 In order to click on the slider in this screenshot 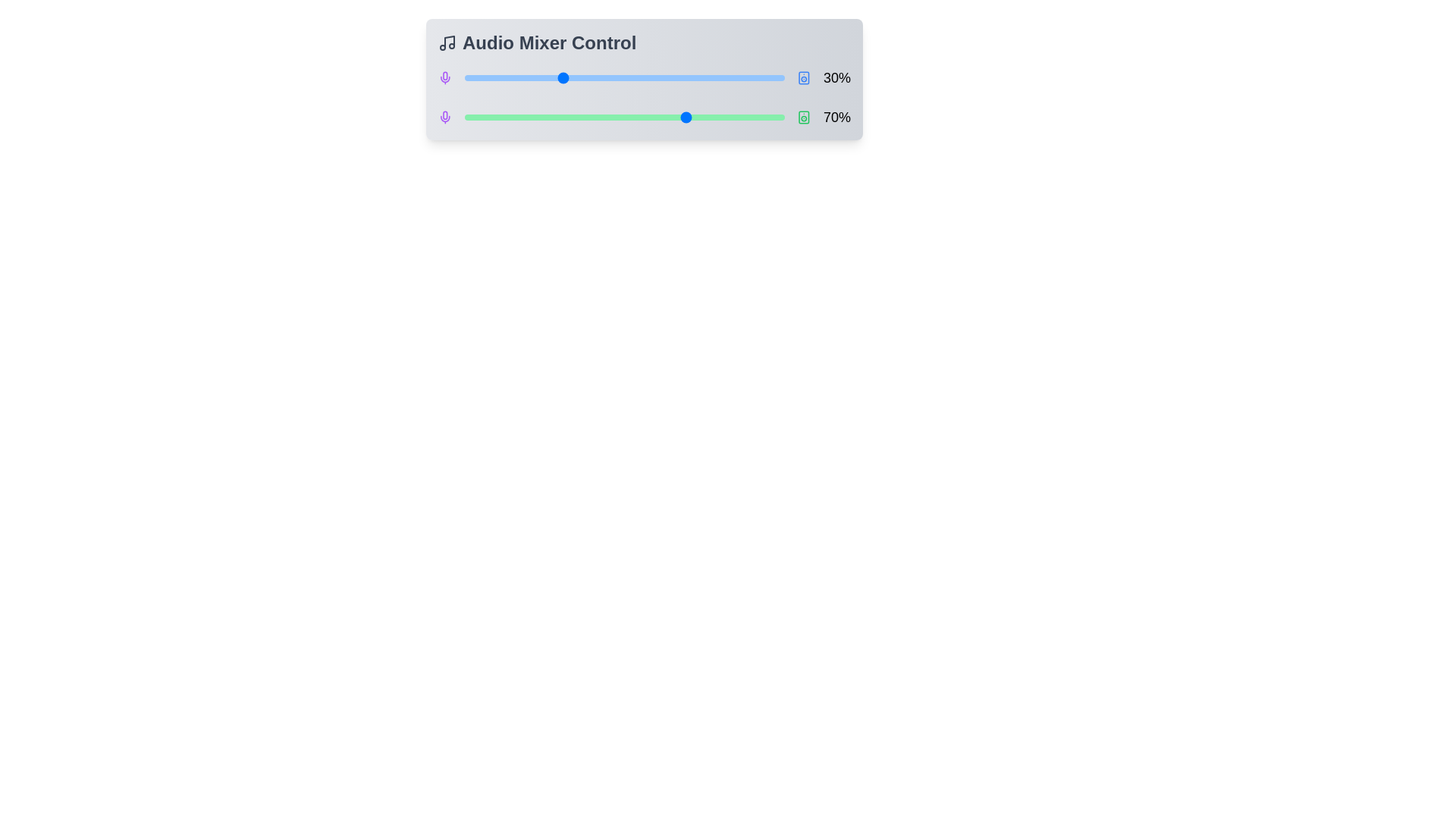, I will do `click(634, 78)`.